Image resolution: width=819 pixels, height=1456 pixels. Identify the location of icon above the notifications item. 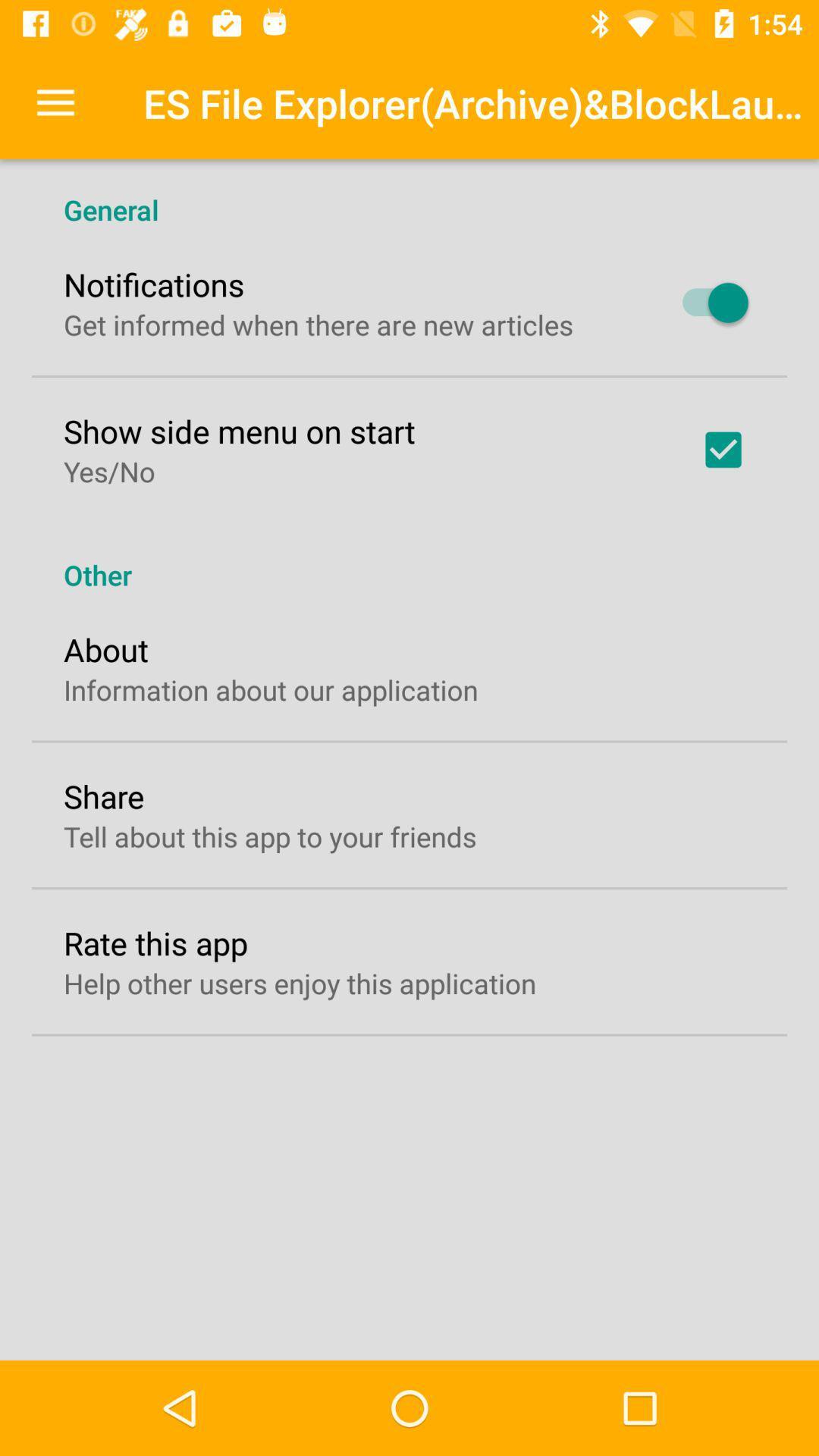
(409, 193).